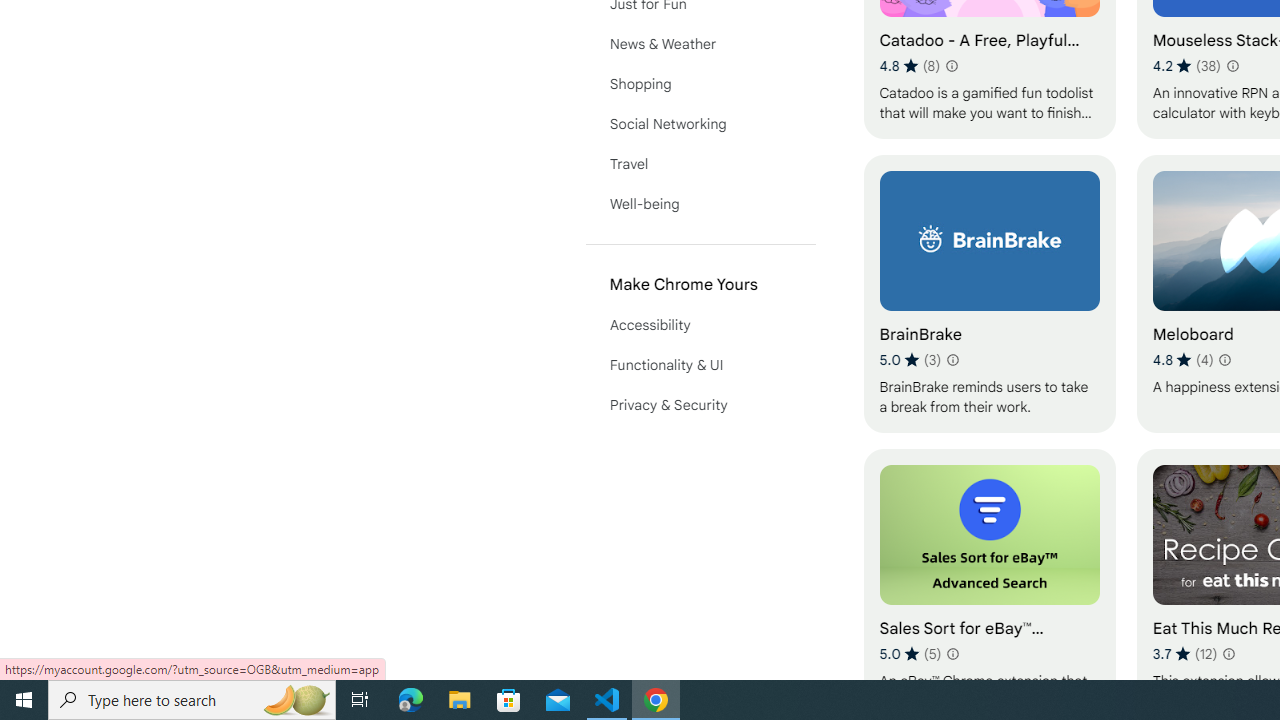 This screenshot has width=1280, height=720. What do you see at coordinates (700, 204) in the screenshot?
I see `'Well-being'` at bounding box center [700, 204].